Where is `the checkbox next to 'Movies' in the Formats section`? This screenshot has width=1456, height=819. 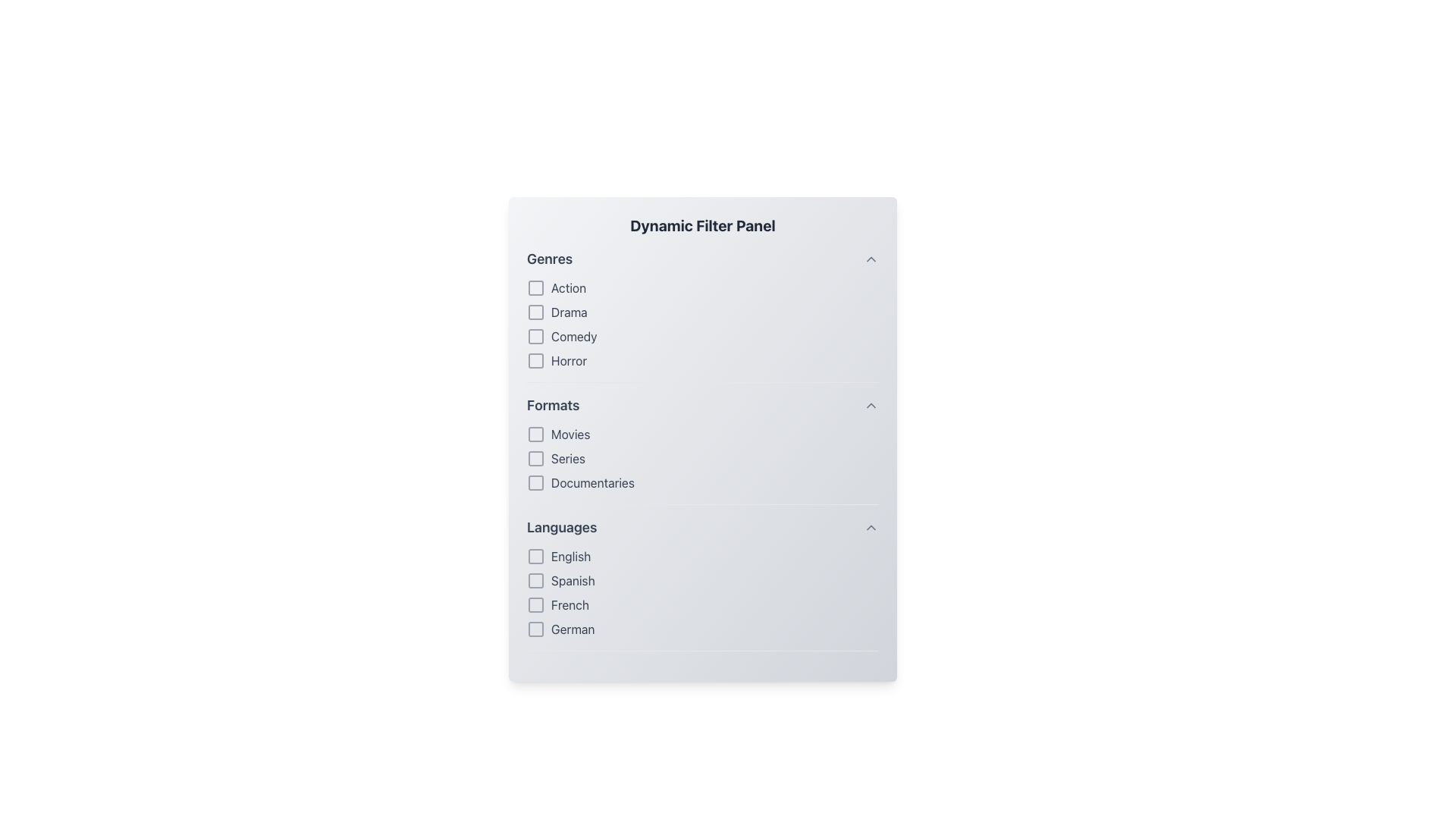
the checkbox next to 'Movies' in the Formats section is located at coordinates (701, 458).